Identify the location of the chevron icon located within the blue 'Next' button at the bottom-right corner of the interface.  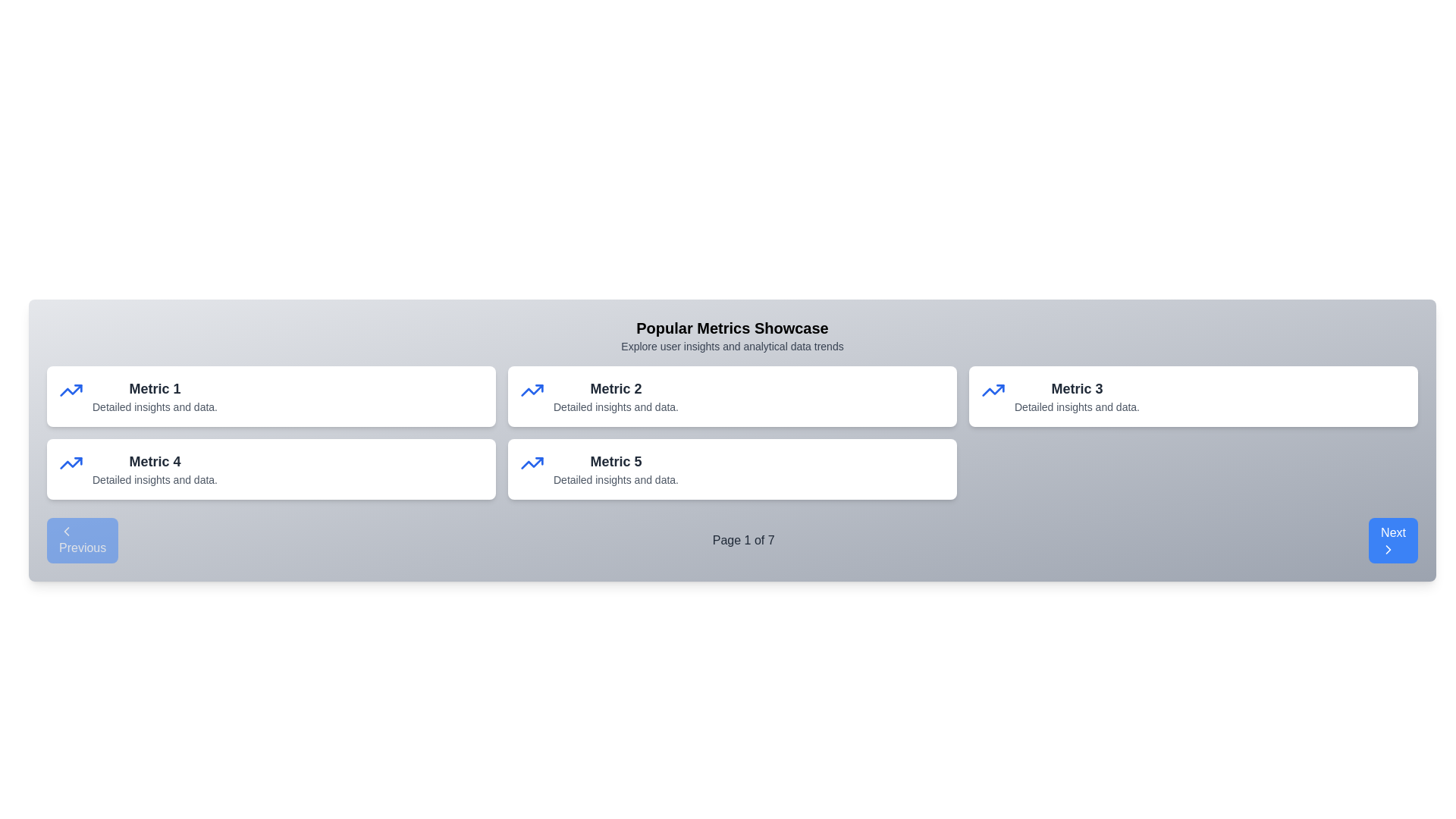
(1389, 550).